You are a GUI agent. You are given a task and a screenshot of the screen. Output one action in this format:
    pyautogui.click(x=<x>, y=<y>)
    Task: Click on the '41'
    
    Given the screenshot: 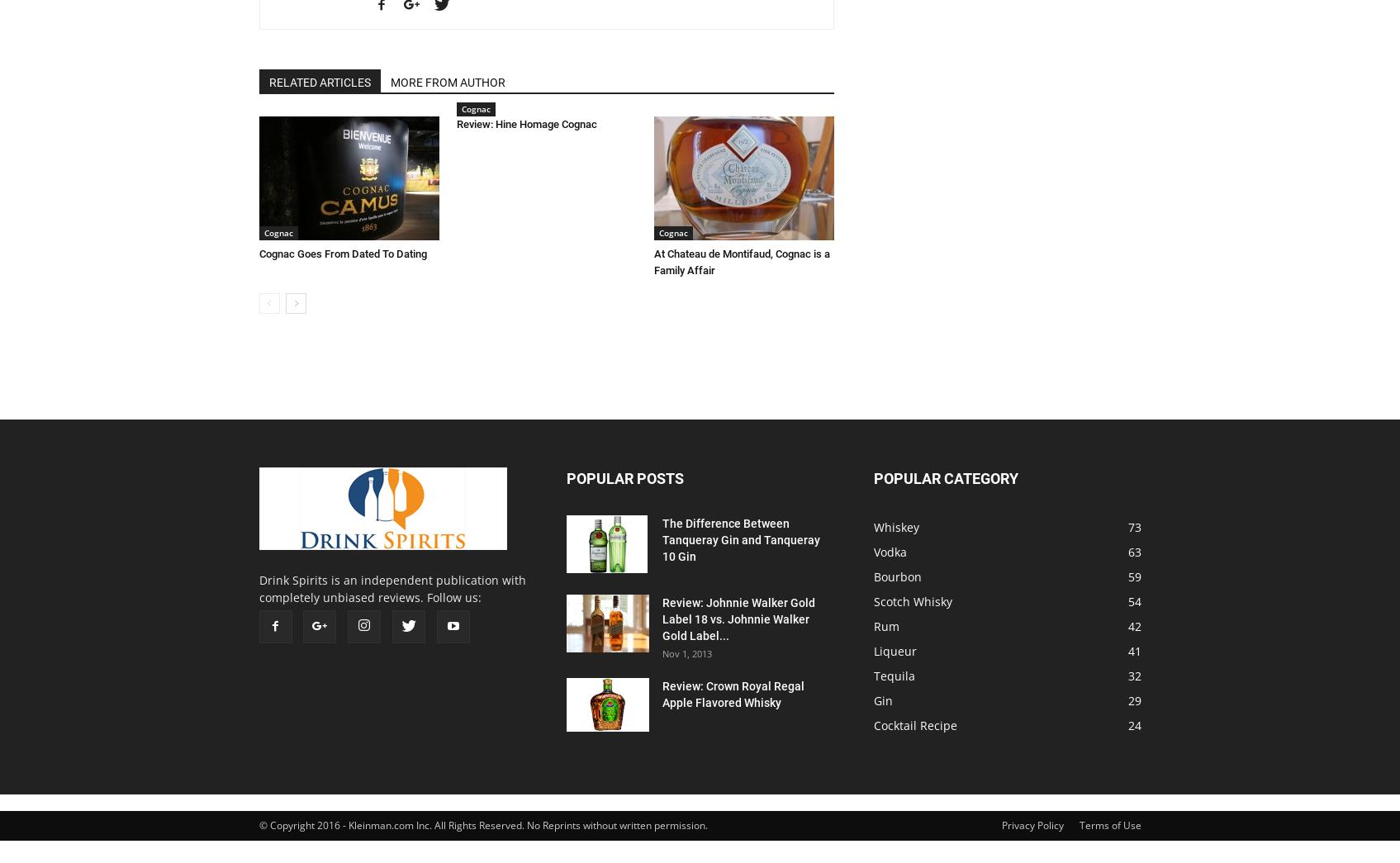 What is the action you would take?
    pyautogui.click(x=1132, y=651)
    